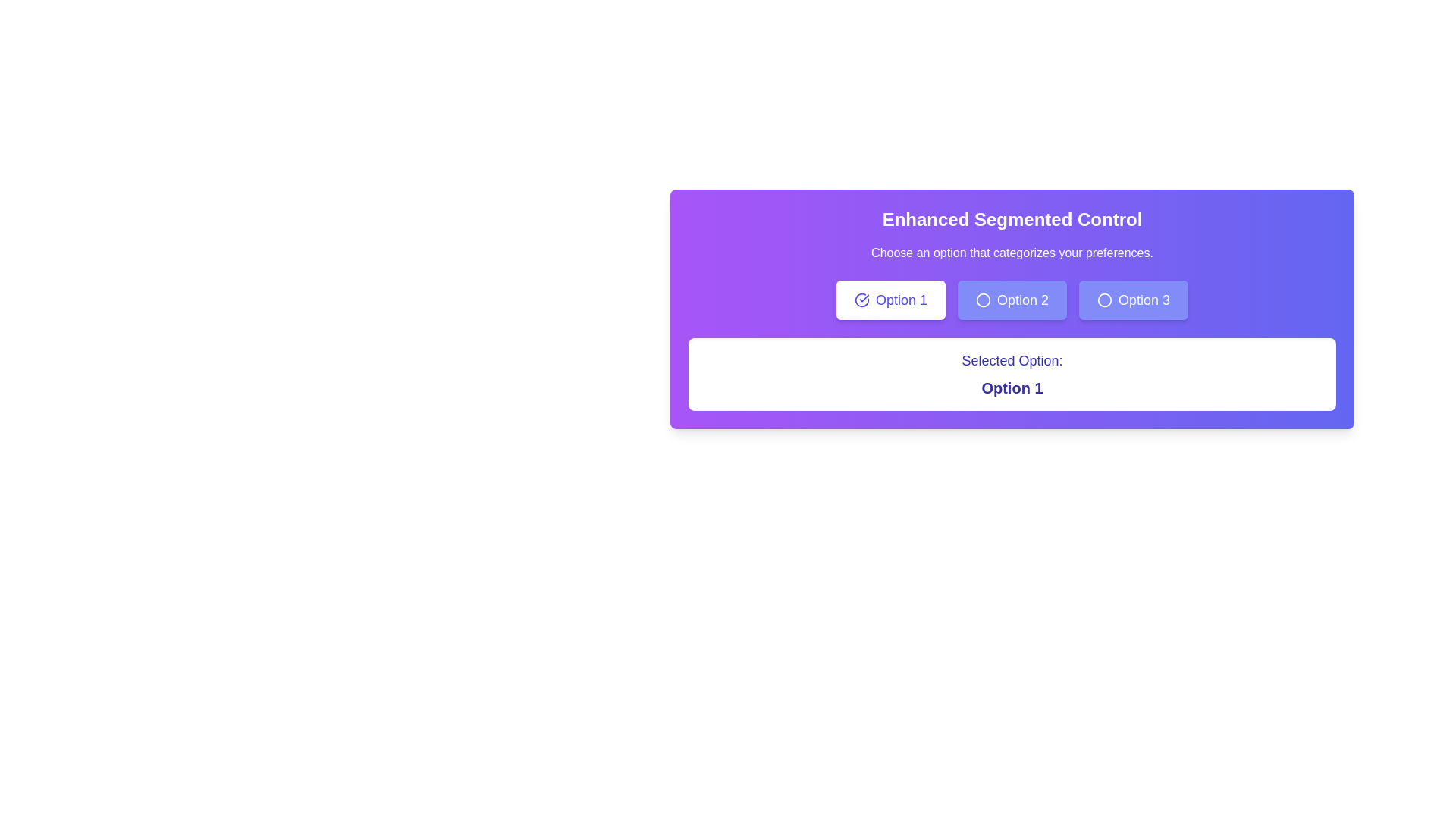 The height and width of the screenshot is (819, 1456). What do you see at coordinates (1012, 300) in the screenshot?
I see `the 'Option 2' button in the segmented control` at bounding box center [1012, 300].